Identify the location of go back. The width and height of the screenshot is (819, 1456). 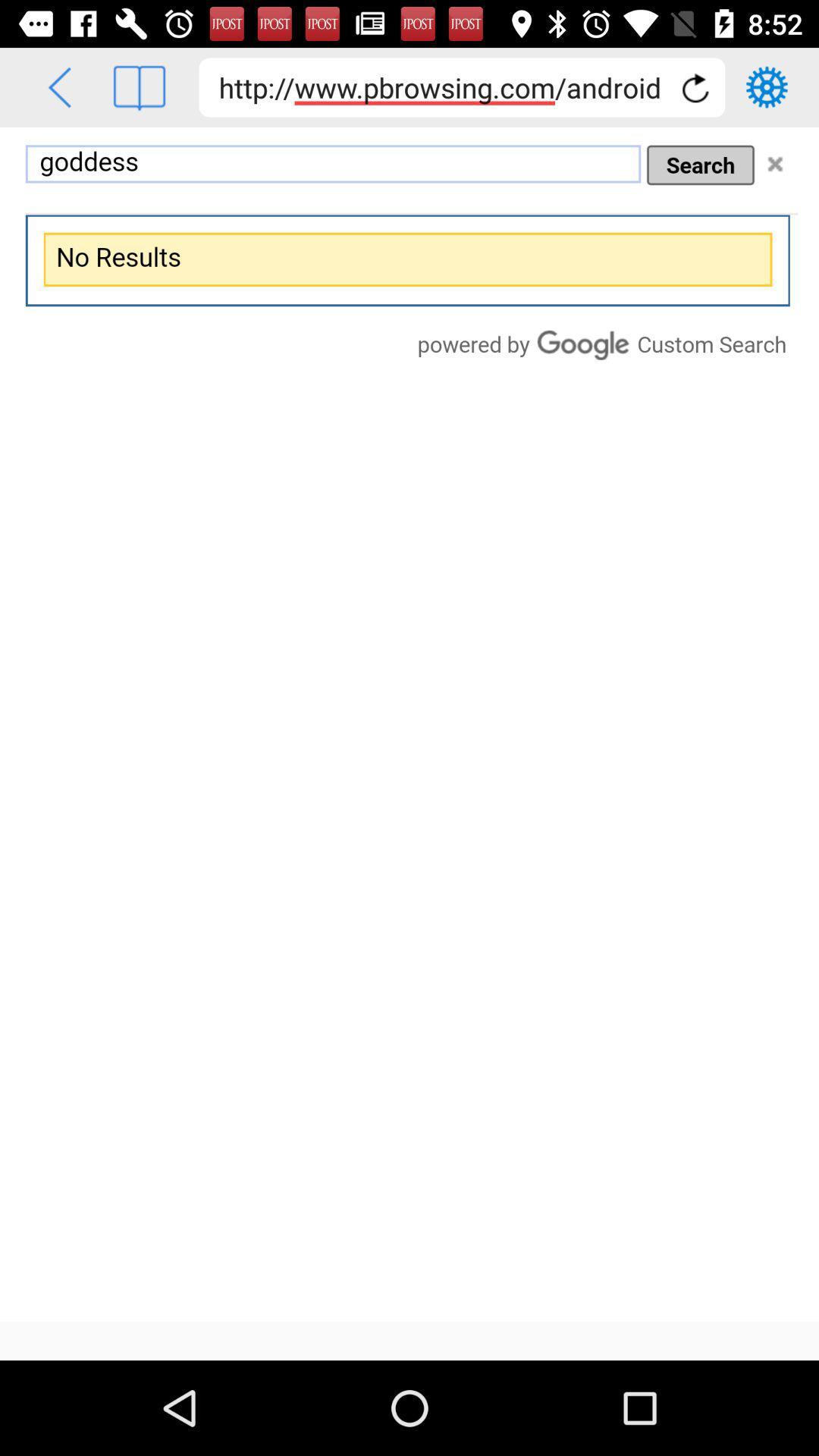
(58, 86).